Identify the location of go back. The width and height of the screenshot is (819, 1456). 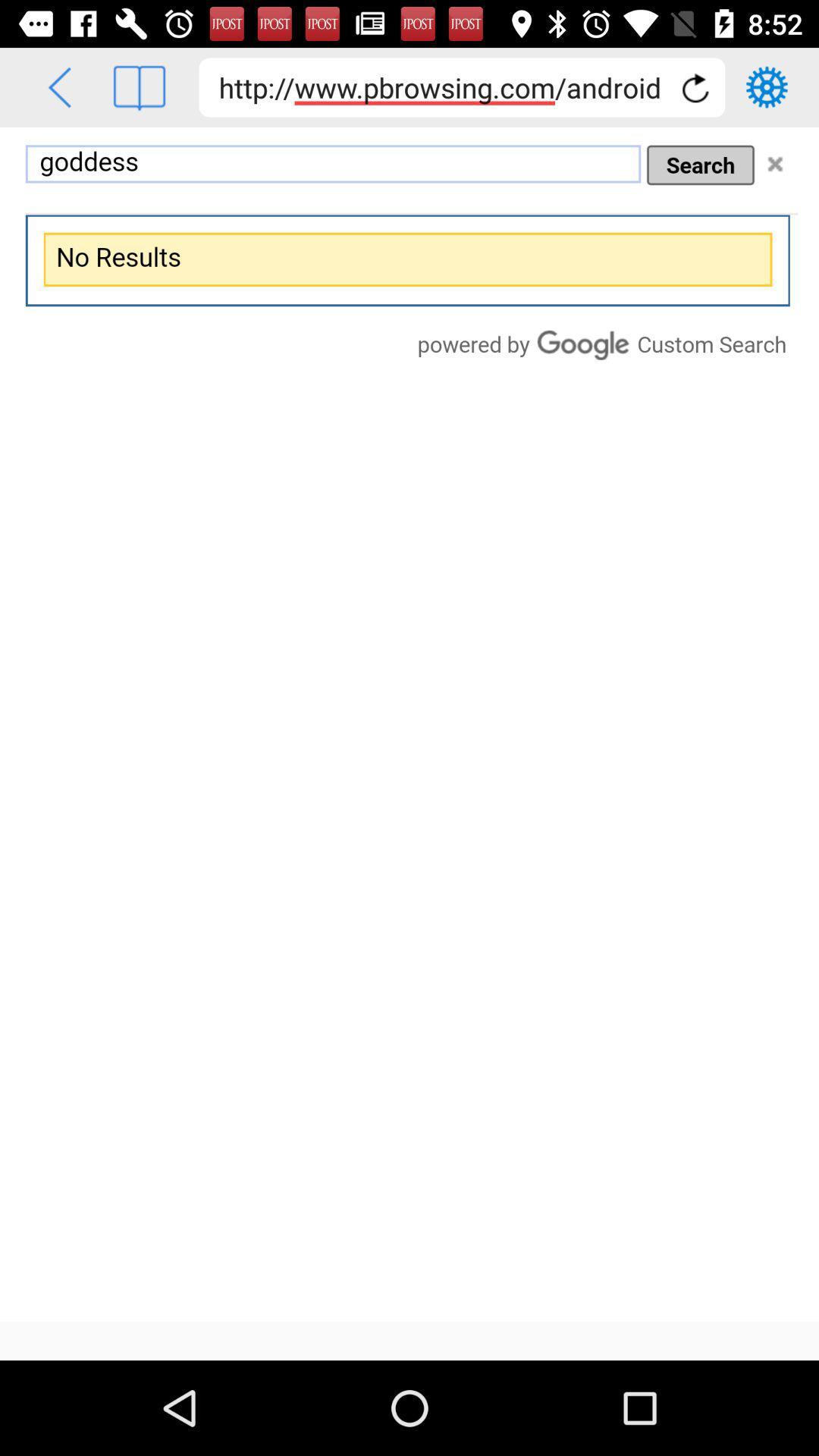
(58, 86).